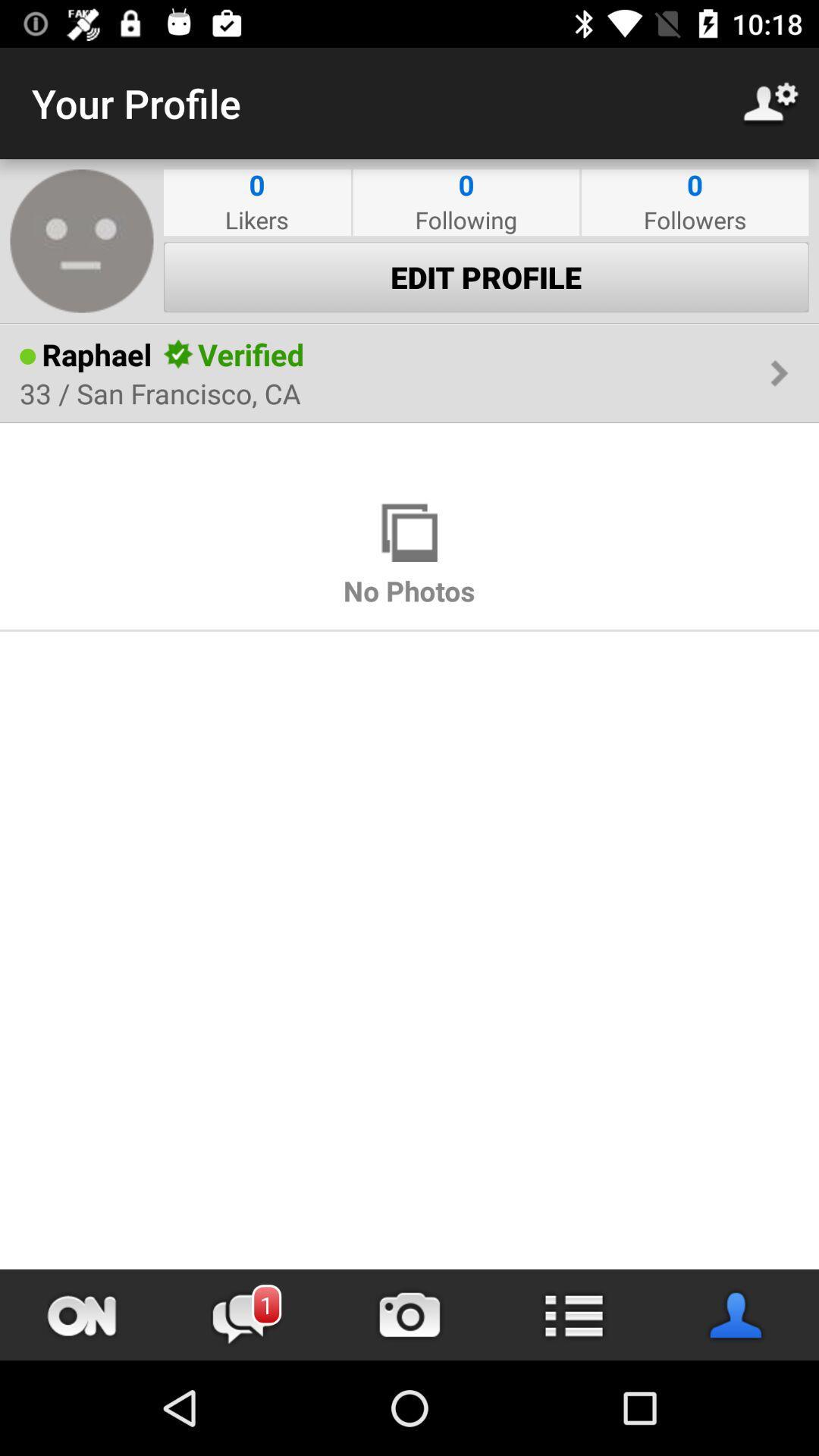  What do you see at coordinates (82, 1314) in the screenshot?
I see `take you to home page` at bounding box center [82, 1314].